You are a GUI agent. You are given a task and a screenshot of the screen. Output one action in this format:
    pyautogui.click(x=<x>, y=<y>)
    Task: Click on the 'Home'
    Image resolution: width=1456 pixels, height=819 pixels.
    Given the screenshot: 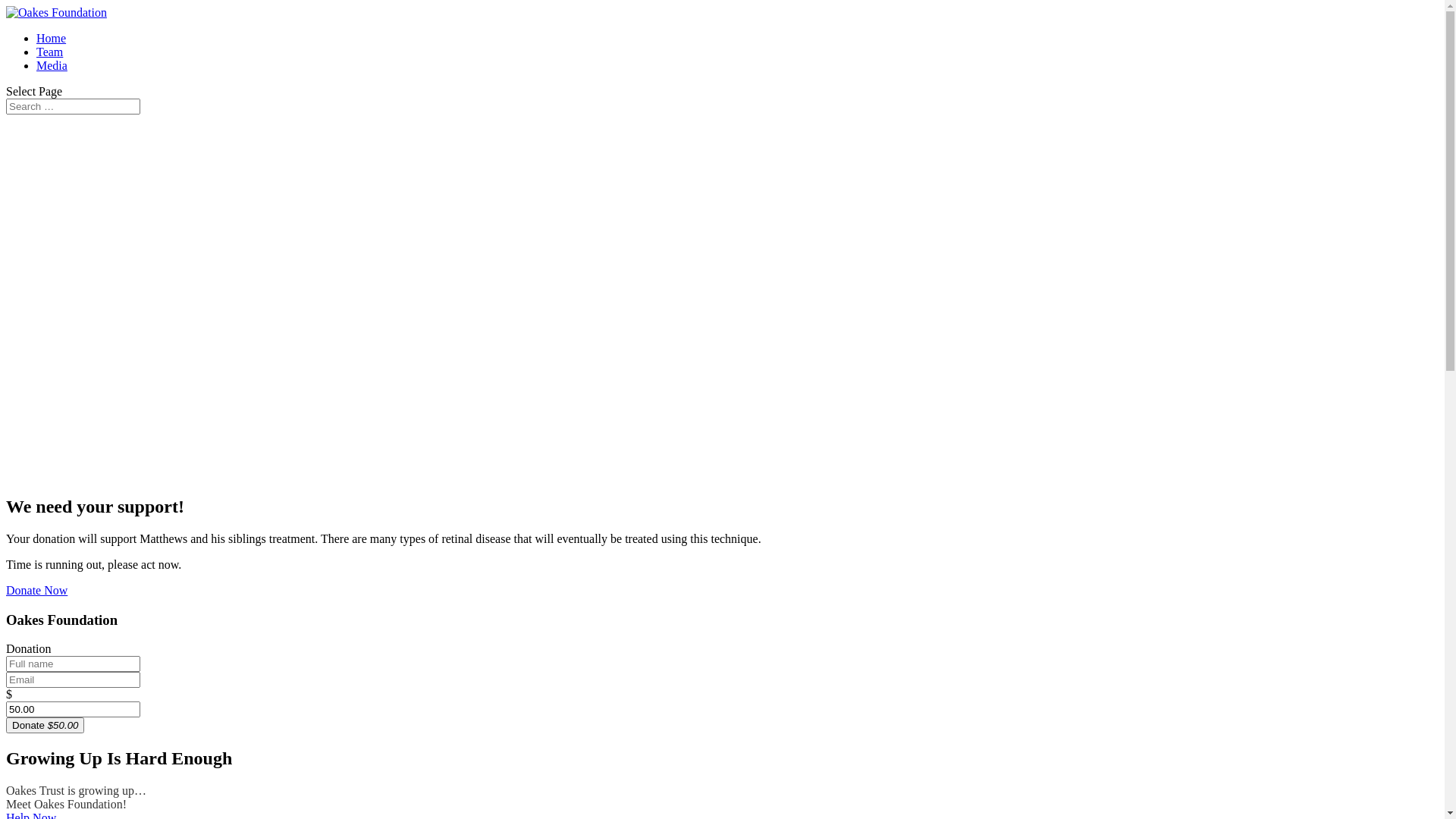 What is the action you would take?
    pyautogui.click(x=36, y=37)
    